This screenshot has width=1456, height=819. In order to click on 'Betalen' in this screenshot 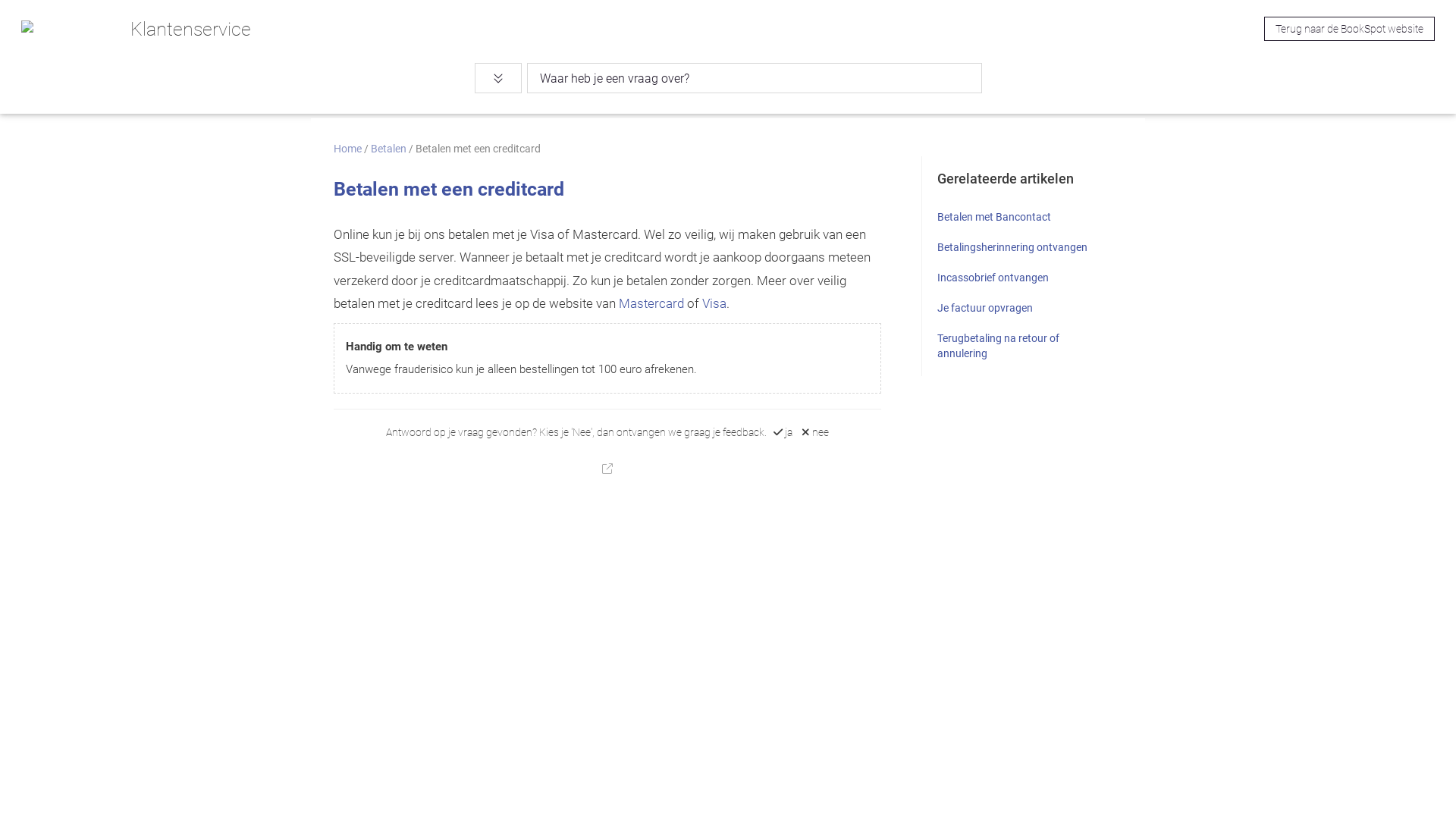, I will do `click(388, 149)`.